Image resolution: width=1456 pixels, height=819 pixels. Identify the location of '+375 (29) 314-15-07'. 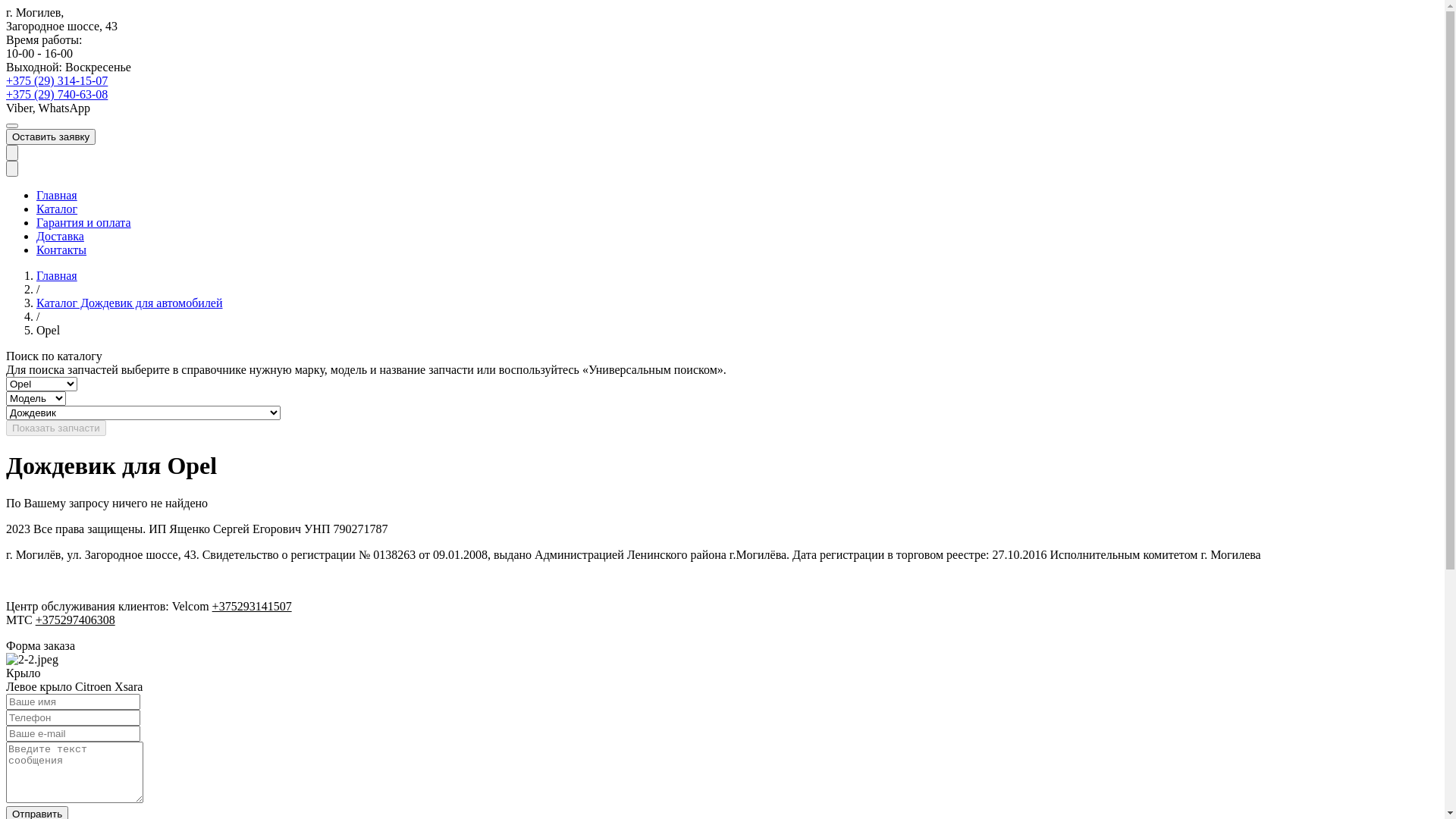
(57, 80).